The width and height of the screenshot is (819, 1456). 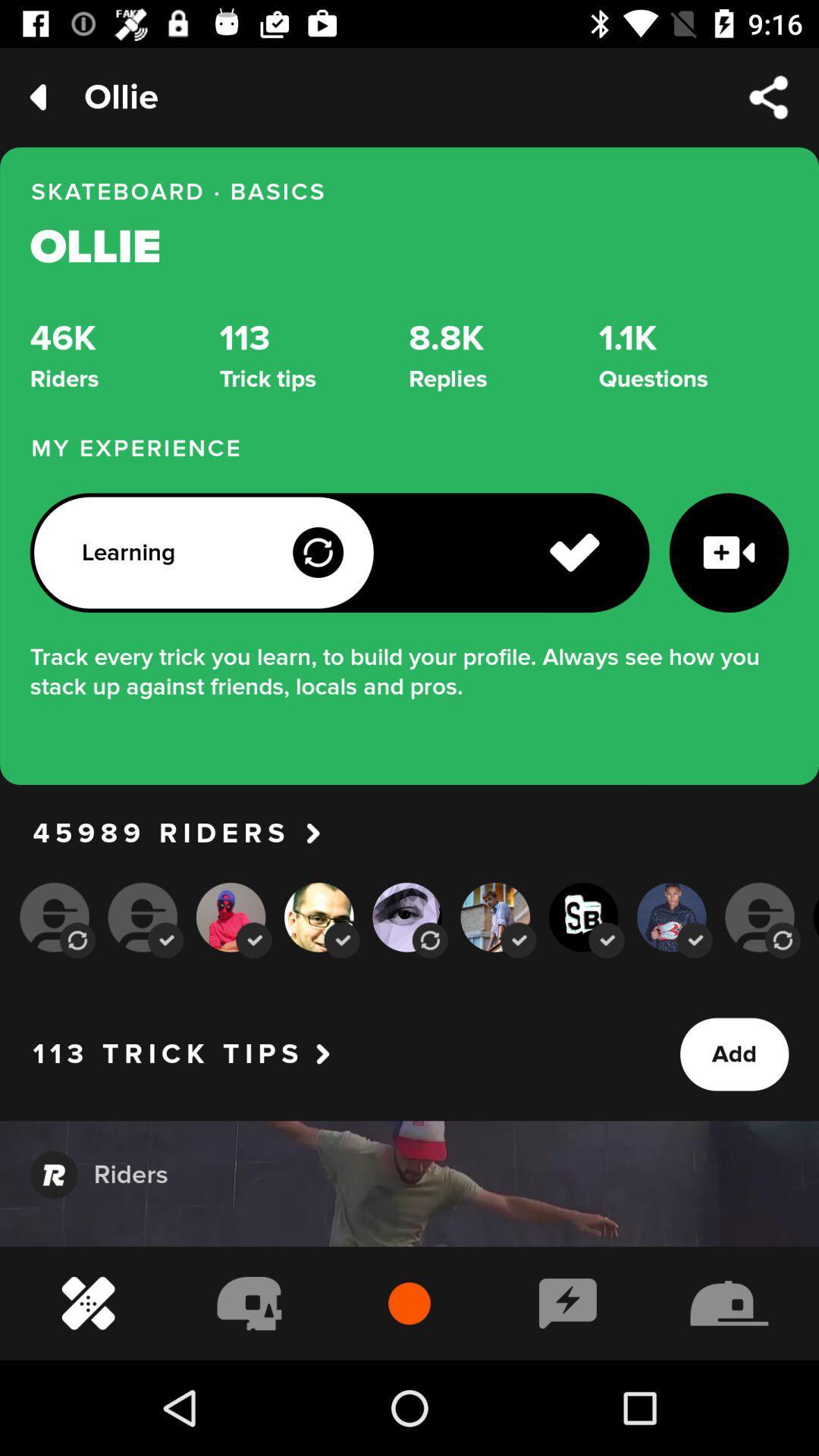 What do you see at coordinates (733, 1054) in the screenshot?
I see `add option` at bounding box center [733, 1054].